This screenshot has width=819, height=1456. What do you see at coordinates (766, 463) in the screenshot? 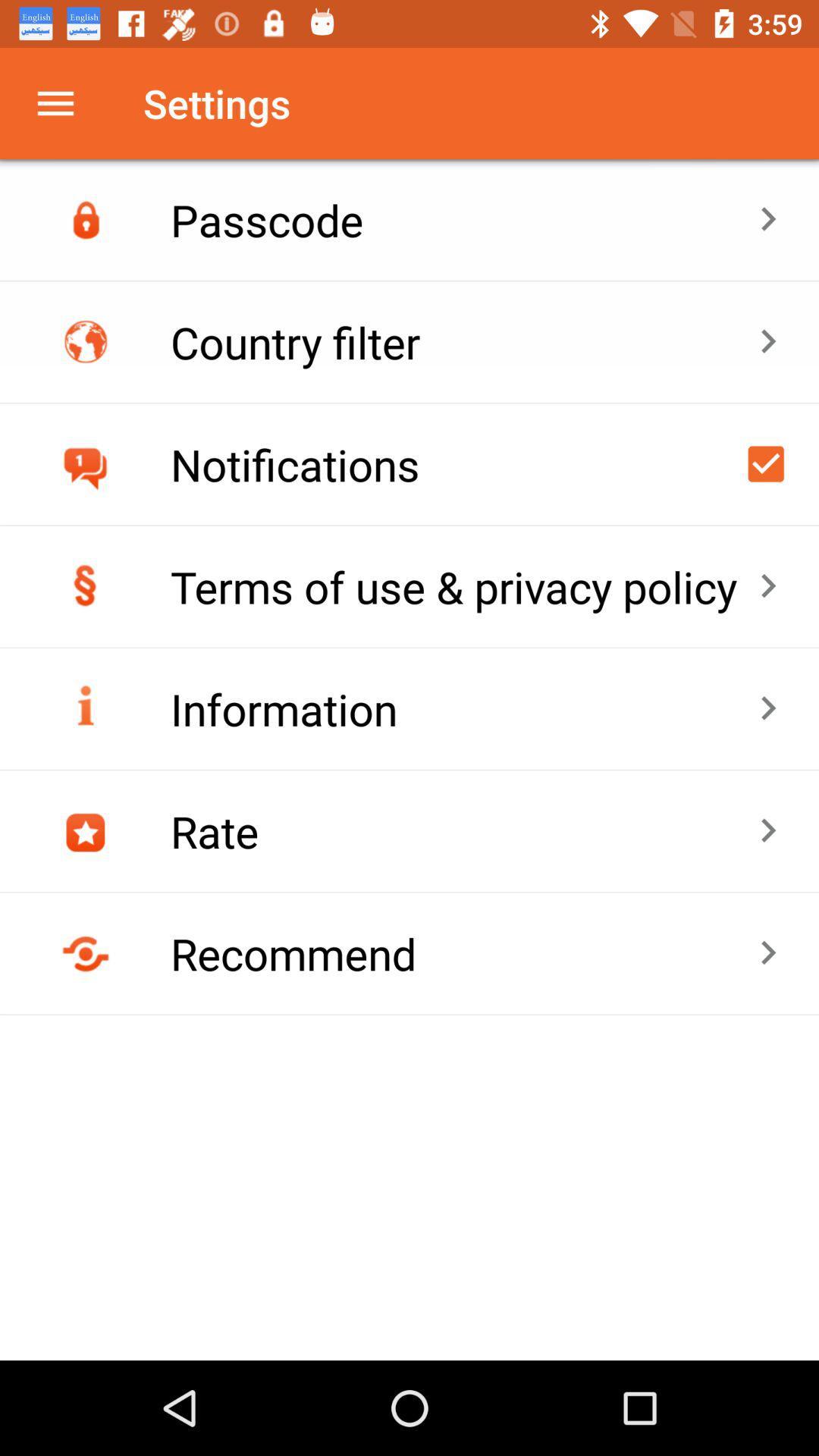
I see `the icon above terms of use` at bounding box center [766, 463].